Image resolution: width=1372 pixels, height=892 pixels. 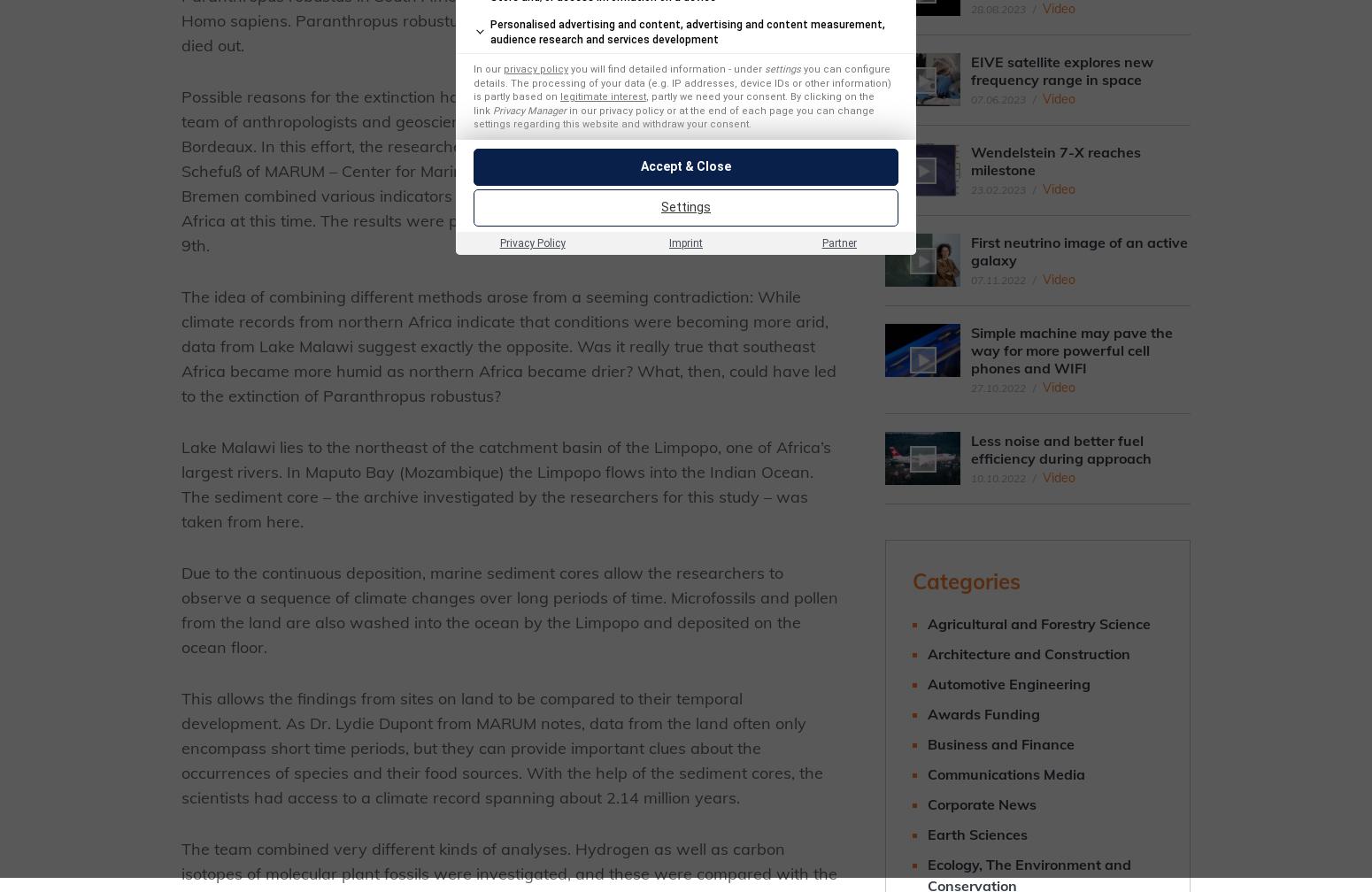 What do you see at coordinates (1028, 653) in the screenshot?
I see `'Architecture and Construction'` at bounding box center [1028, 653].